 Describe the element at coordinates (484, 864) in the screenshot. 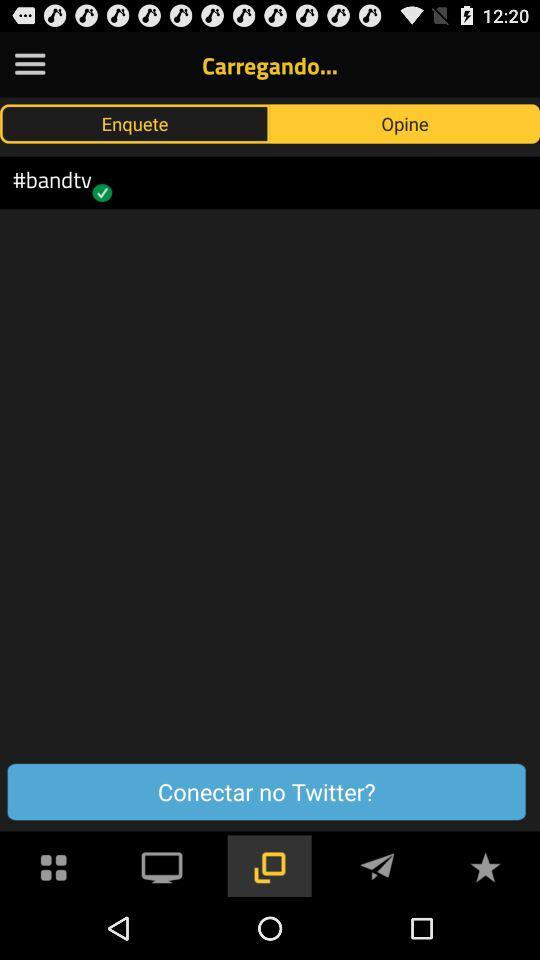

I see `to favorites` at that location.